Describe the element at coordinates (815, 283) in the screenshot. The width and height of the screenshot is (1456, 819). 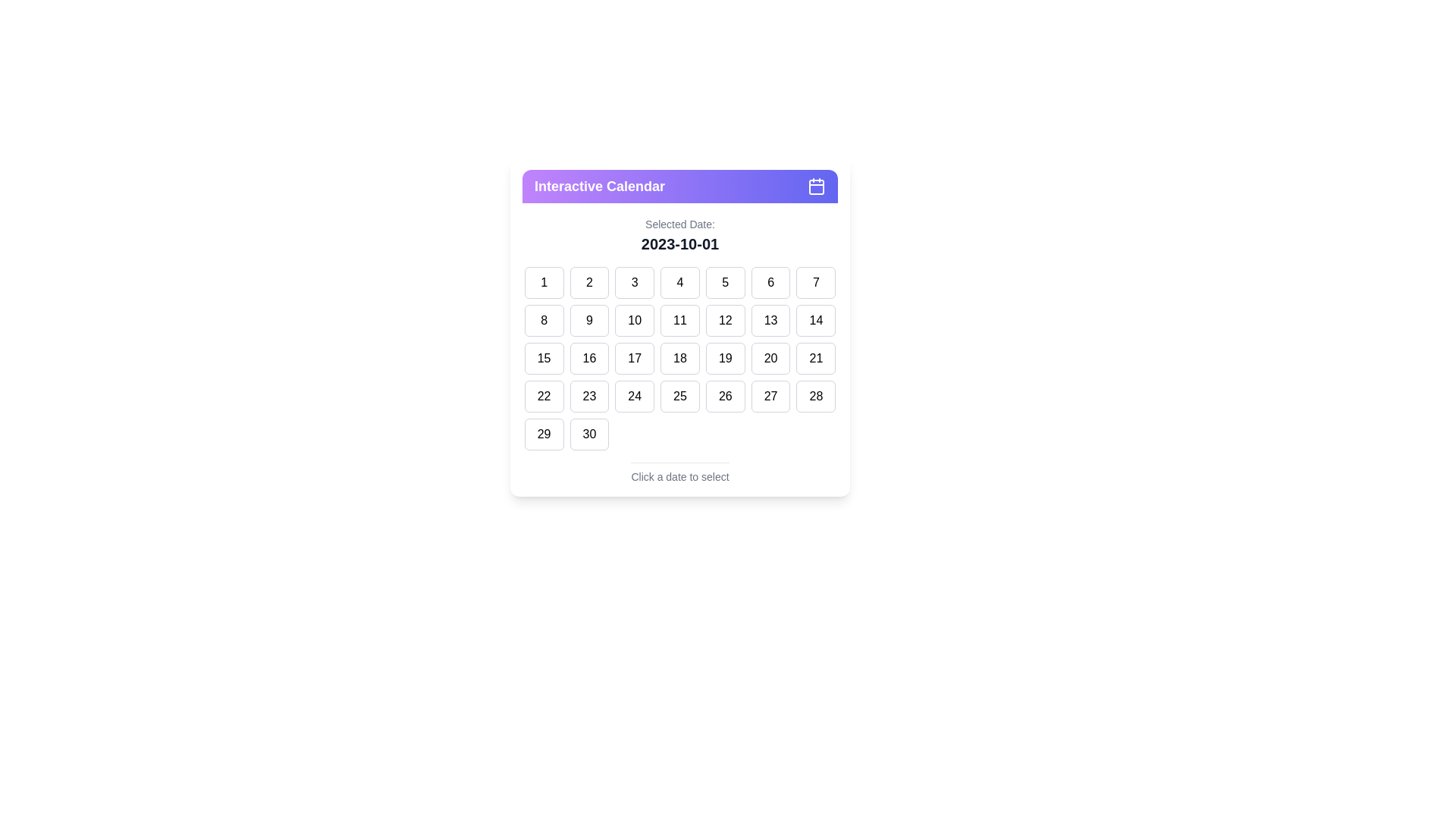
I see `the selectable date button representing the 7th of the displayed month in the calendar UI` at that location.